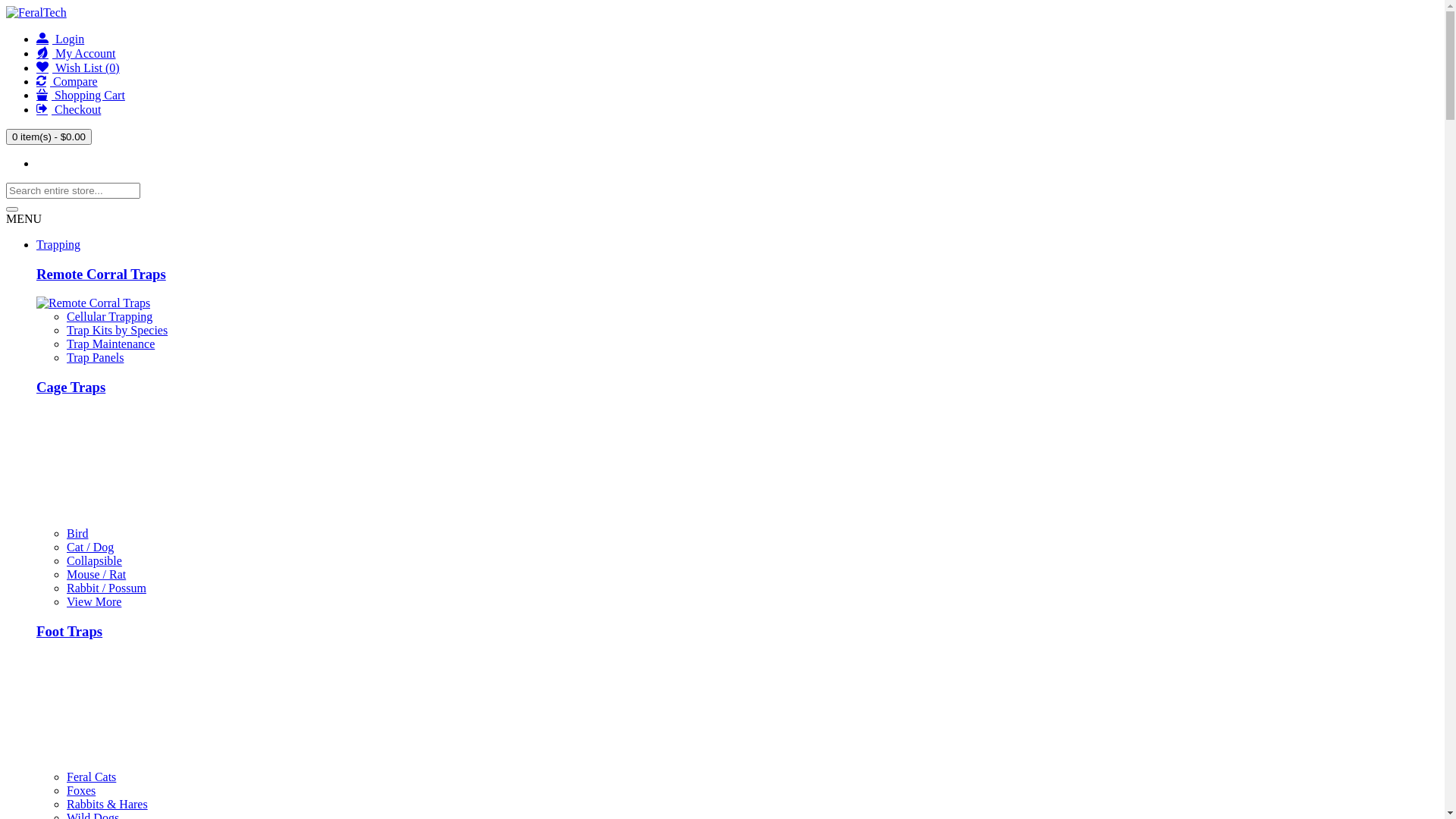 The height and width of the screenshot is (819, 1456). Describe the element at coordinates (68, 631) in the screenshot. I see `'Foot Traps'` at that location.